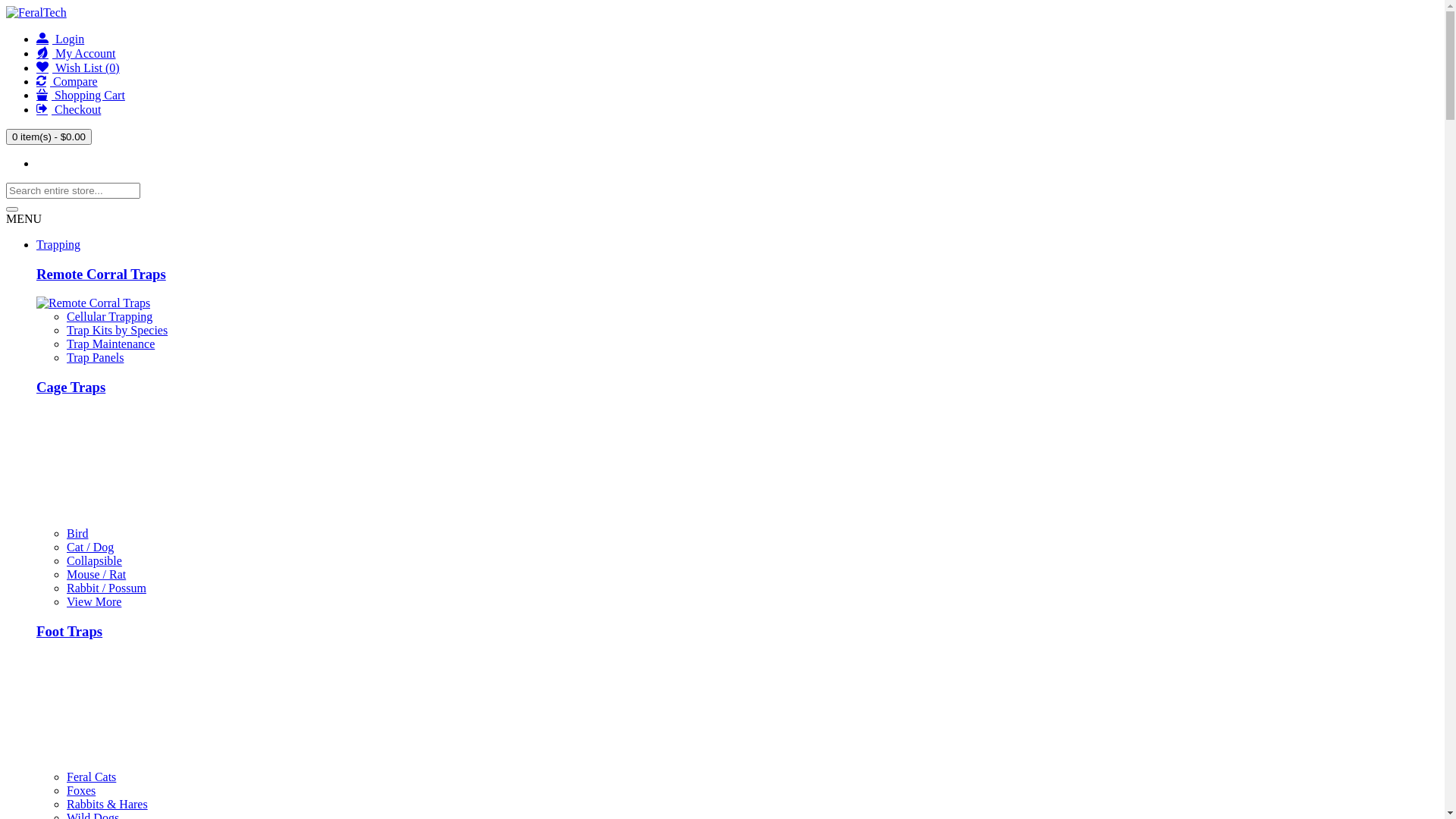 The height and width of the screenshot is (819, 1456). Describe the element at coordinates (68, 631) in the screenshot. I see `'Foot Traps'` at that location.